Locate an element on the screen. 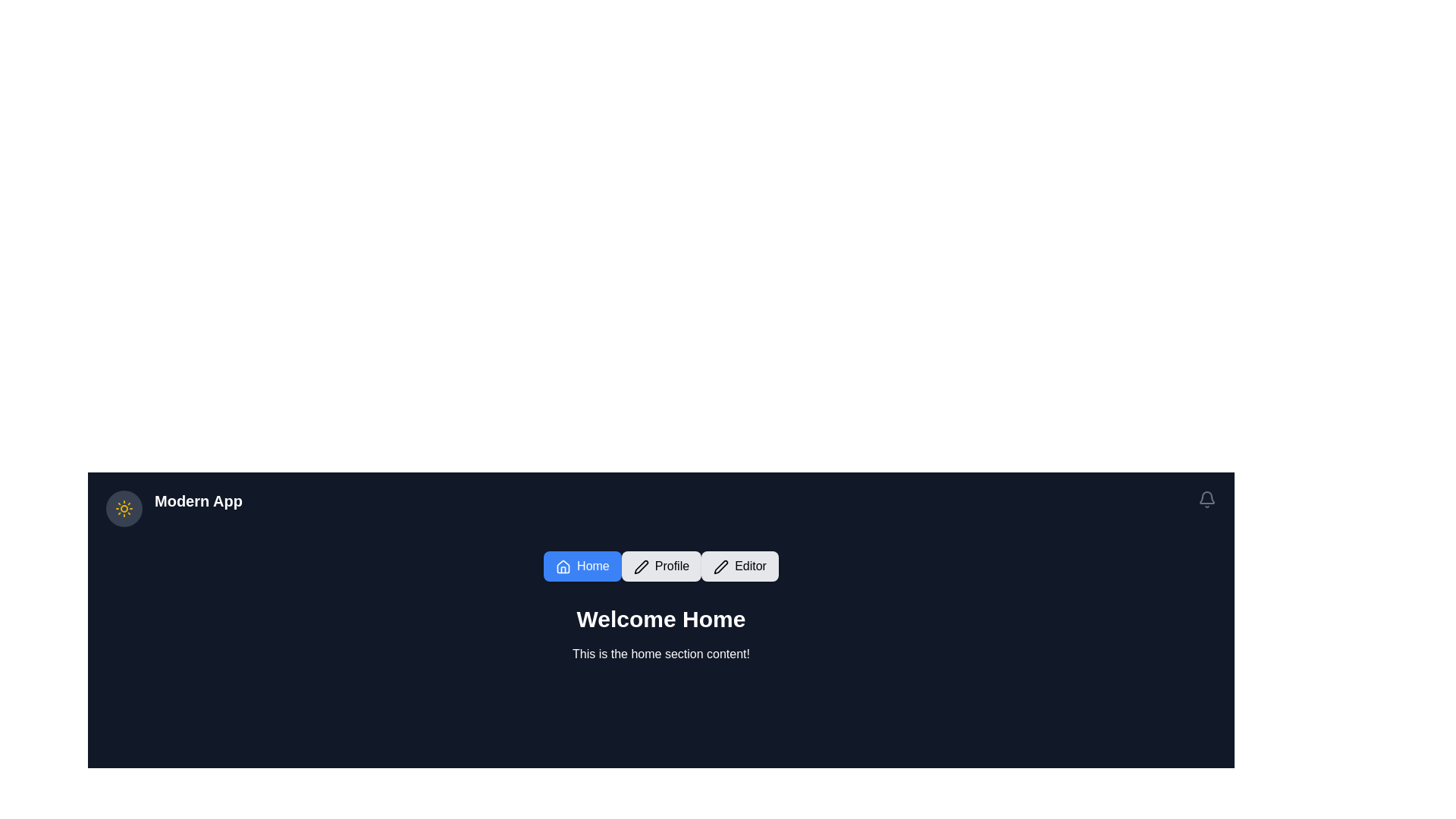 This screenshot has width=1456, height=819. the 'Profile' button, which is a rectangular button with rounded corners, light gray background, and black text is located at coordinates (661, 566).